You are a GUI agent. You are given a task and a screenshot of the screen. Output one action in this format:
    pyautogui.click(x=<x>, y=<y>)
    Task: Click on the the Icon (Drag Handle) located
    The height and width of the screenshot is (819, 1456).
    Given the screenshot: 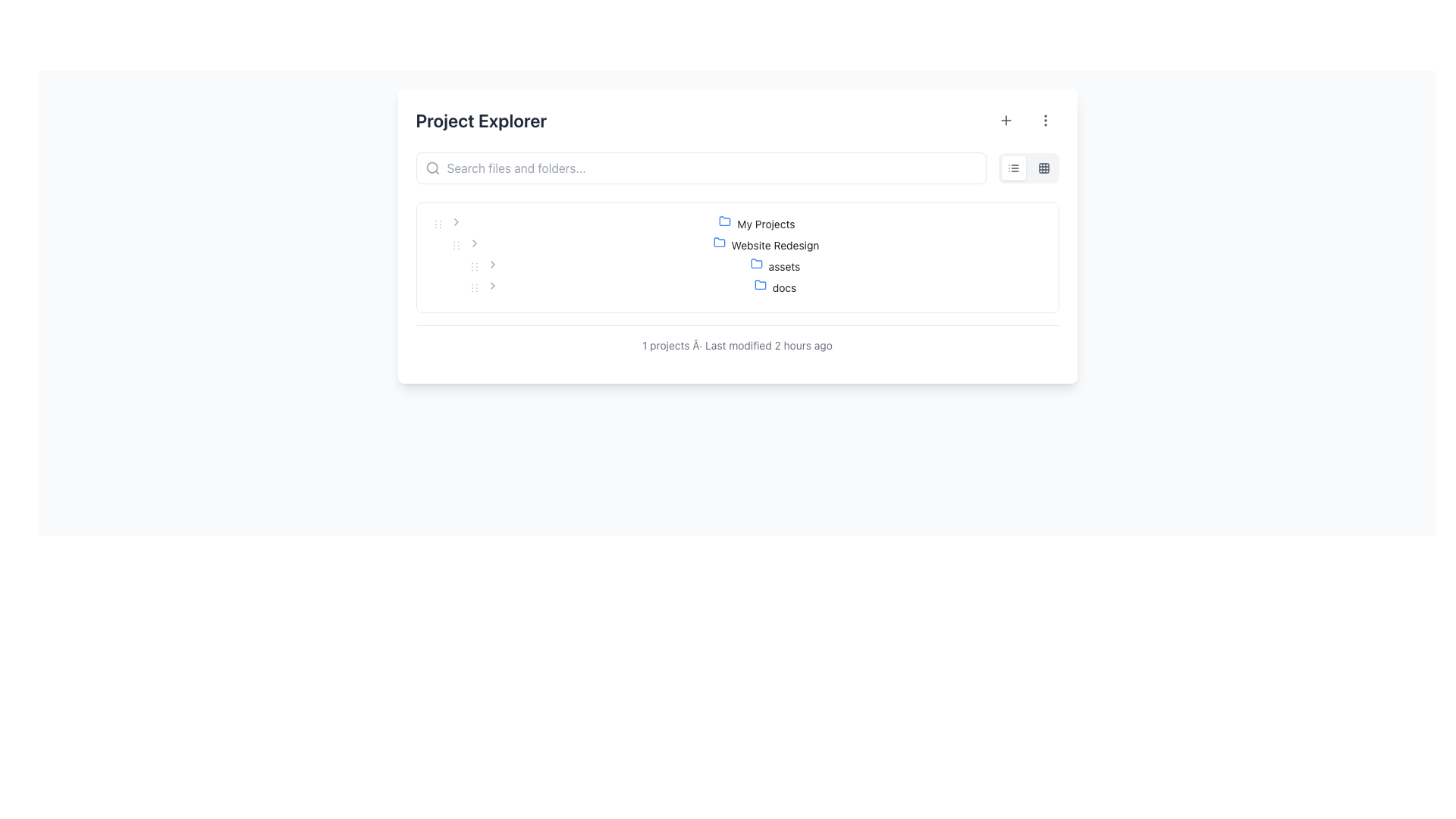 What is the action you would take?
    pyautogui.click(x=455, y=244)
    